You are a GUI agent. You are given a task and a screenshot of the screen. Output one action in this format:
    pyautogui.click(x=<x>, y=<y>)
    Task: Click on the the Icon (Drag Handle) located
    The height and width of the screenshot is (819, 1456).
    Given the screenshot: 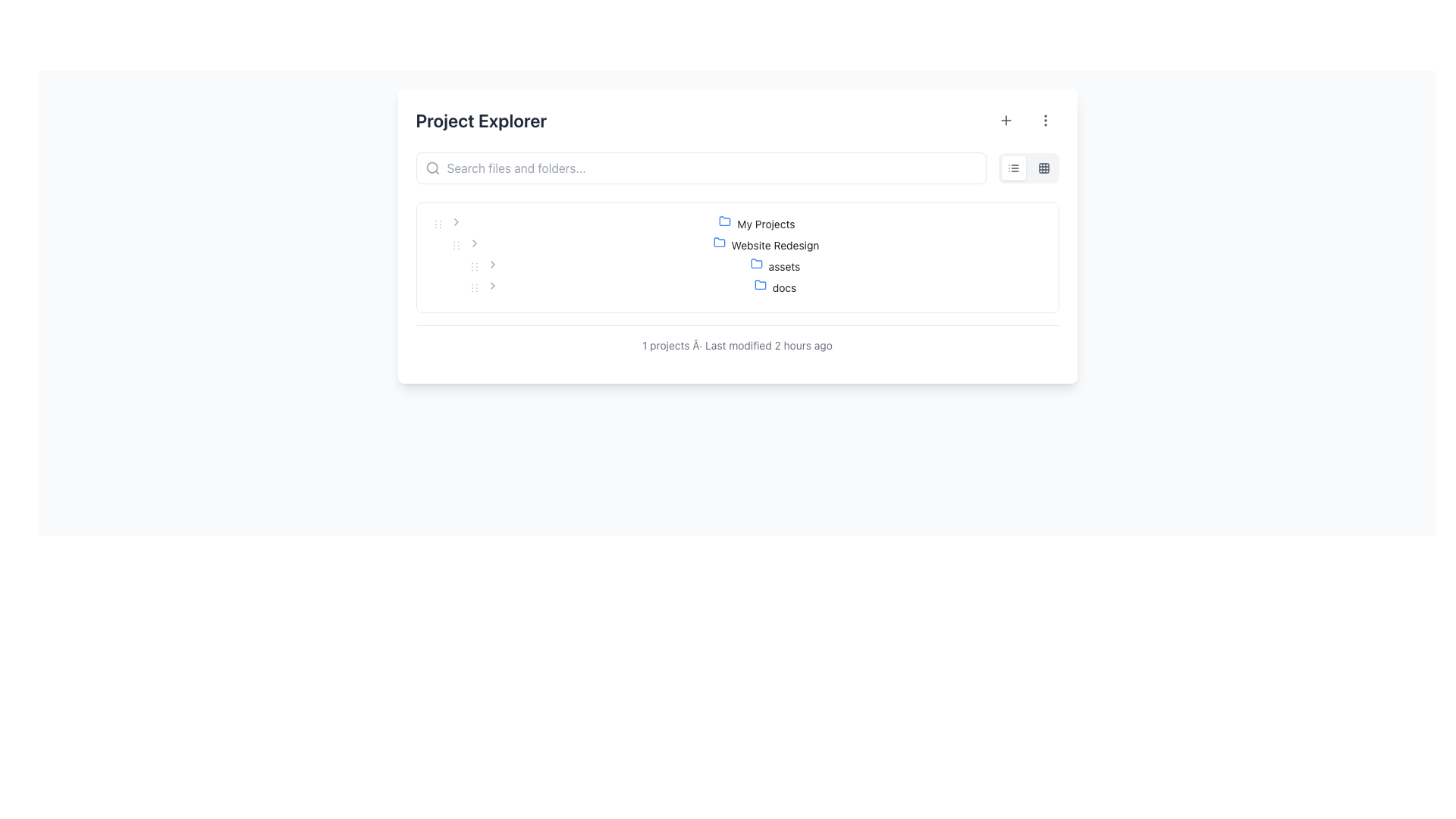 What is the action you would take?
    pyautogui.click(x=455, y=244)
    